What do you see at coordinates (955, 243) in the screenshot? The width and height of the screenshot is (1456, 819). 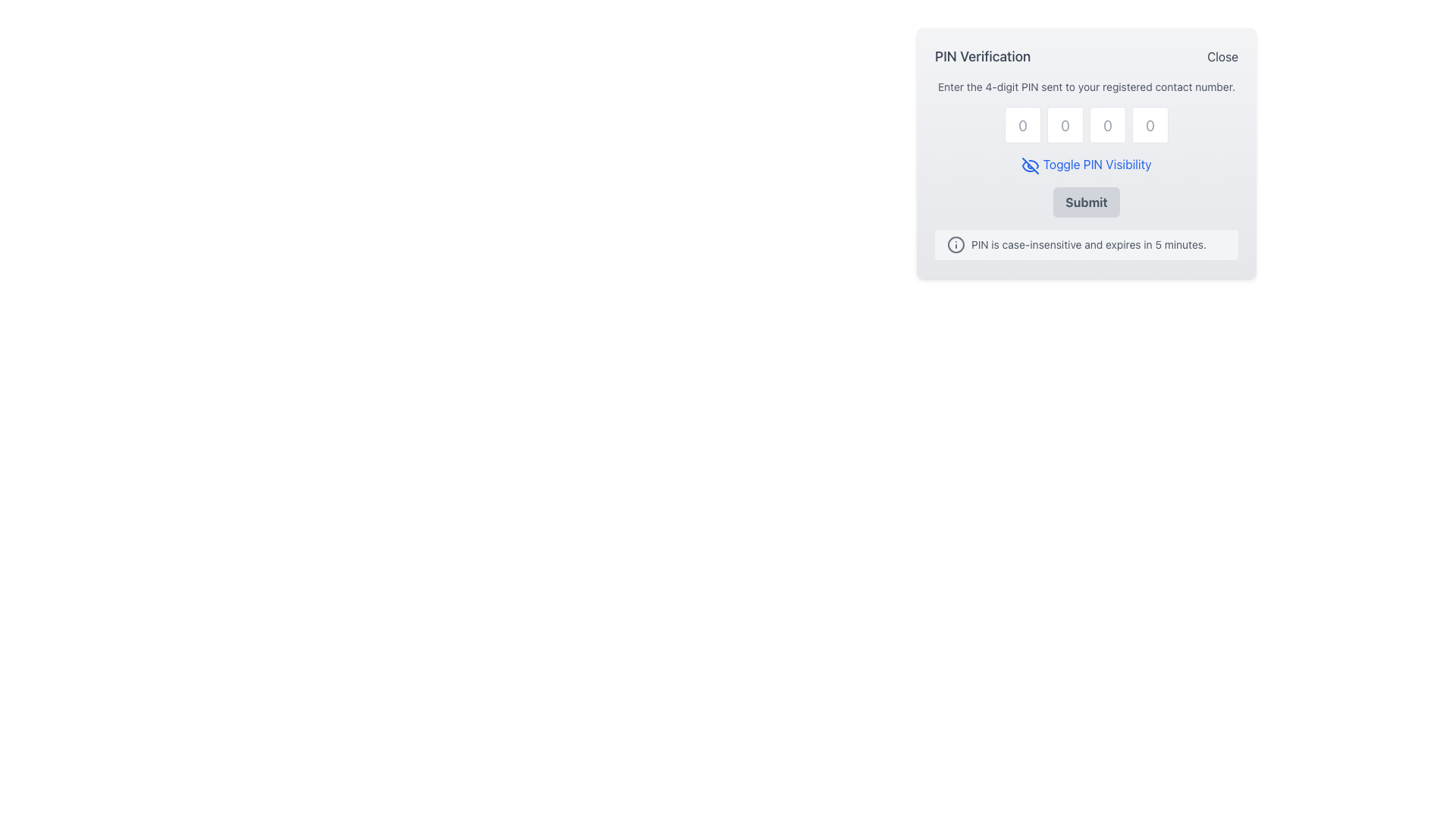 I see `the circle SVG graphical element located in the PIN verification dialog interface` at bounding box center [955, 243].